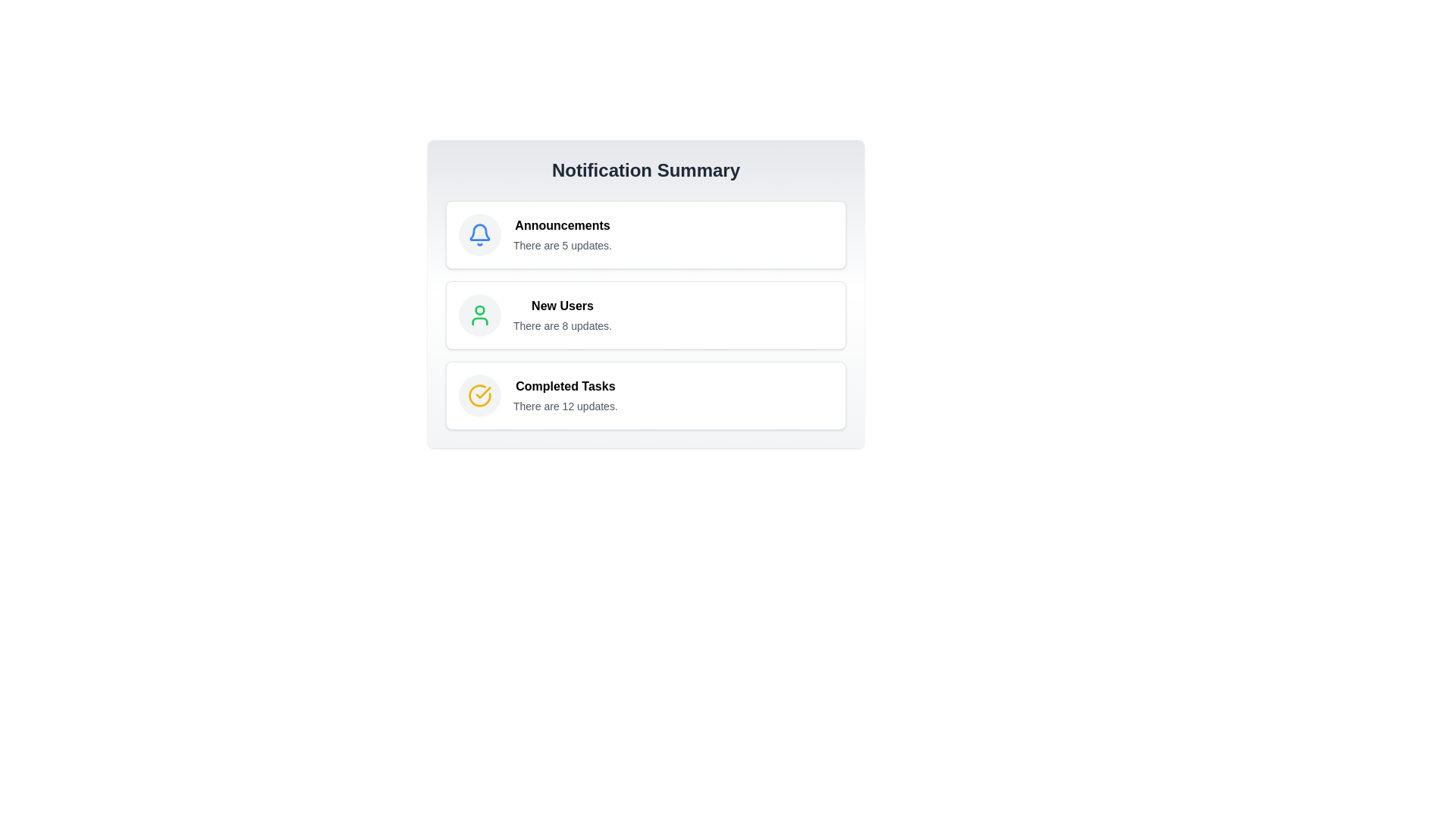 The width and height of the screenshot is (1456, 819). What do you see at coordinates (479, 234) in the screenshot?
I see `the circular gray icon with a blue bell symbol located at the top-left corner of the 'Announcements' section in the 'Notification Summary' view` at bounding box center [479, 234].